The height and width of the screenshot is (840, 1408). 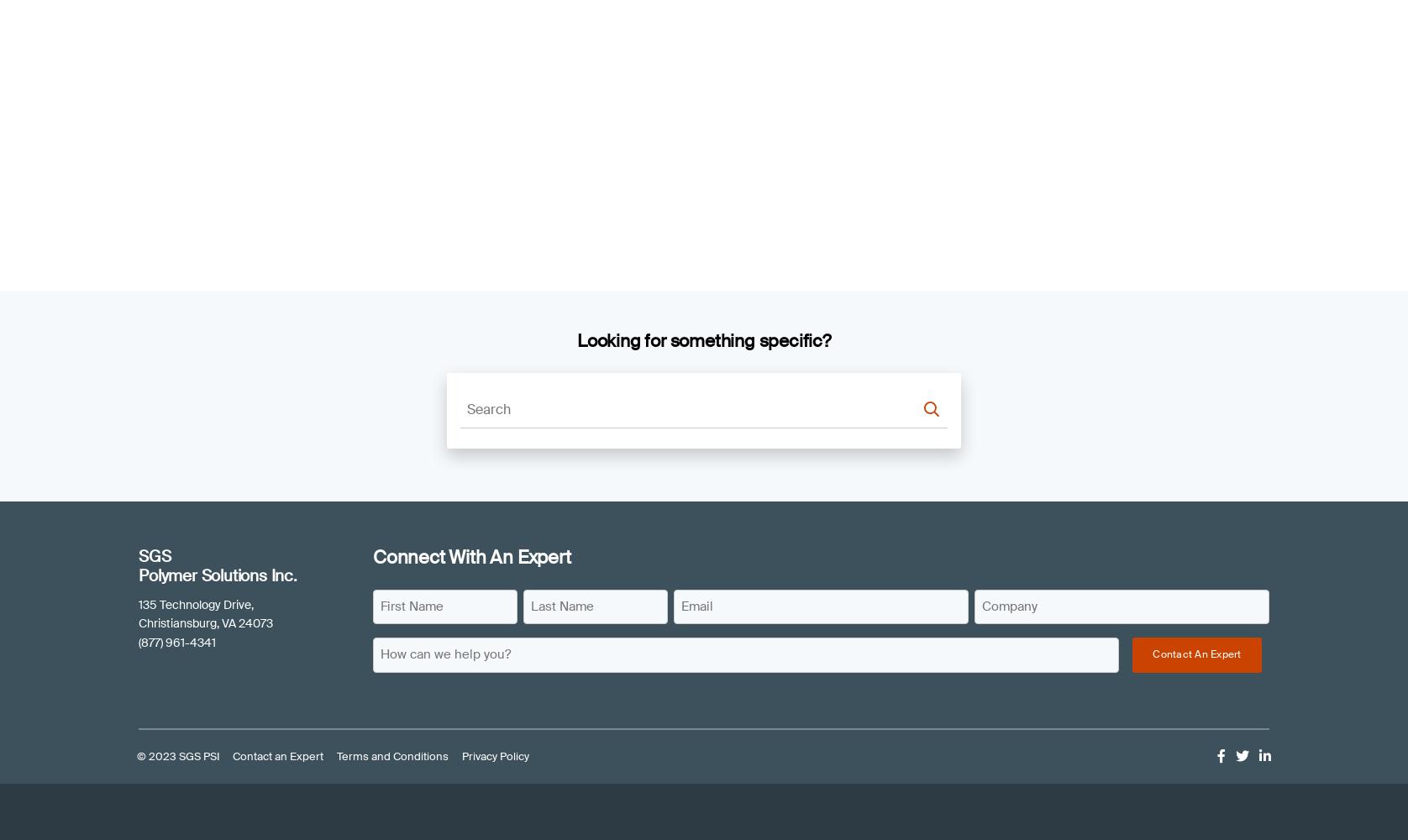 What do you see at coordinates (205, 622) in the screenshot?
I see `'Christiansburg, VA 24073'` at bounding box center [205, 622].